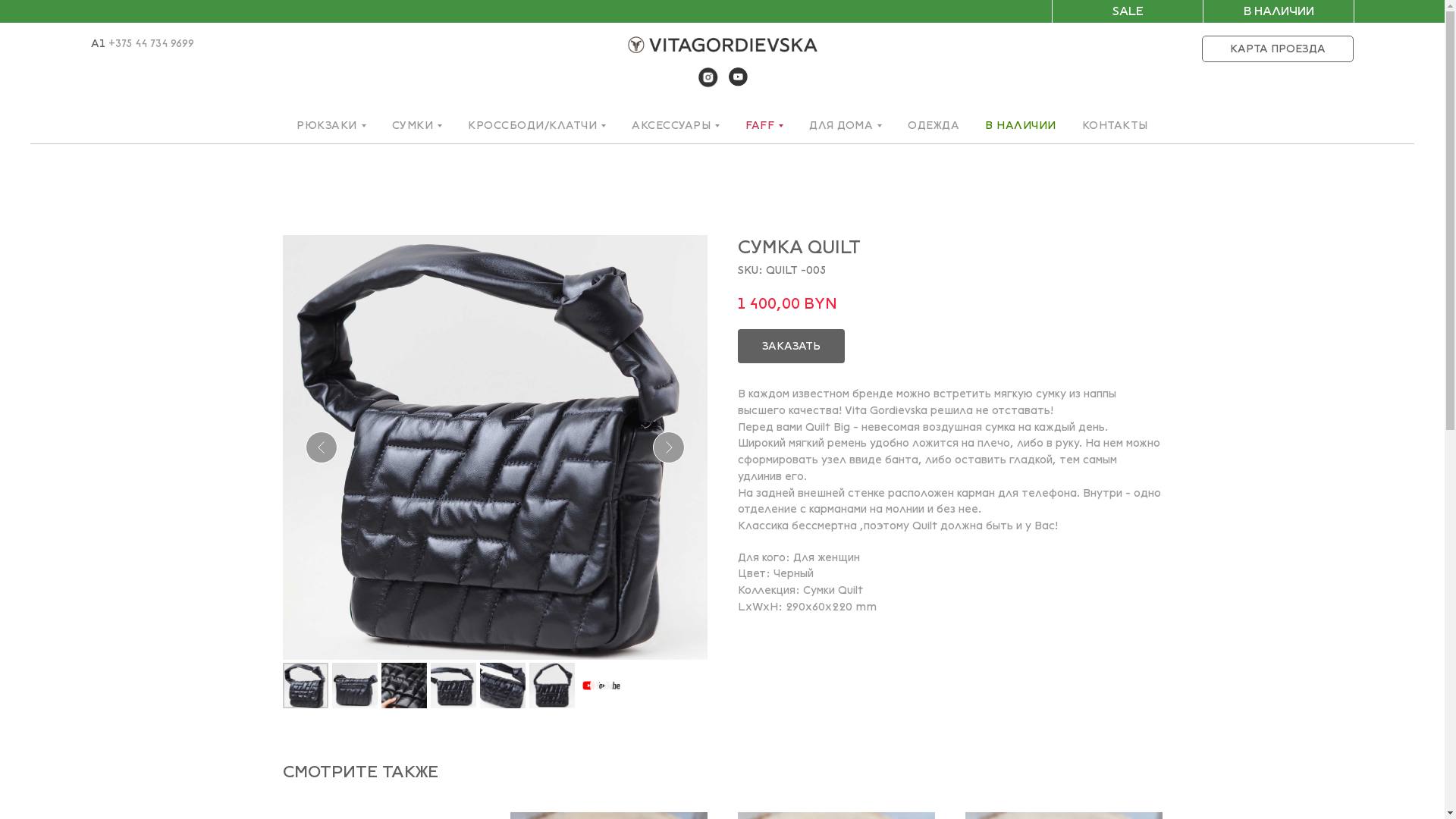 The image size is (1456, 819). What do you see at coordinates (764, 124) in the screenshot?
I see `'FAFF'` at bounding box center [764, 124].